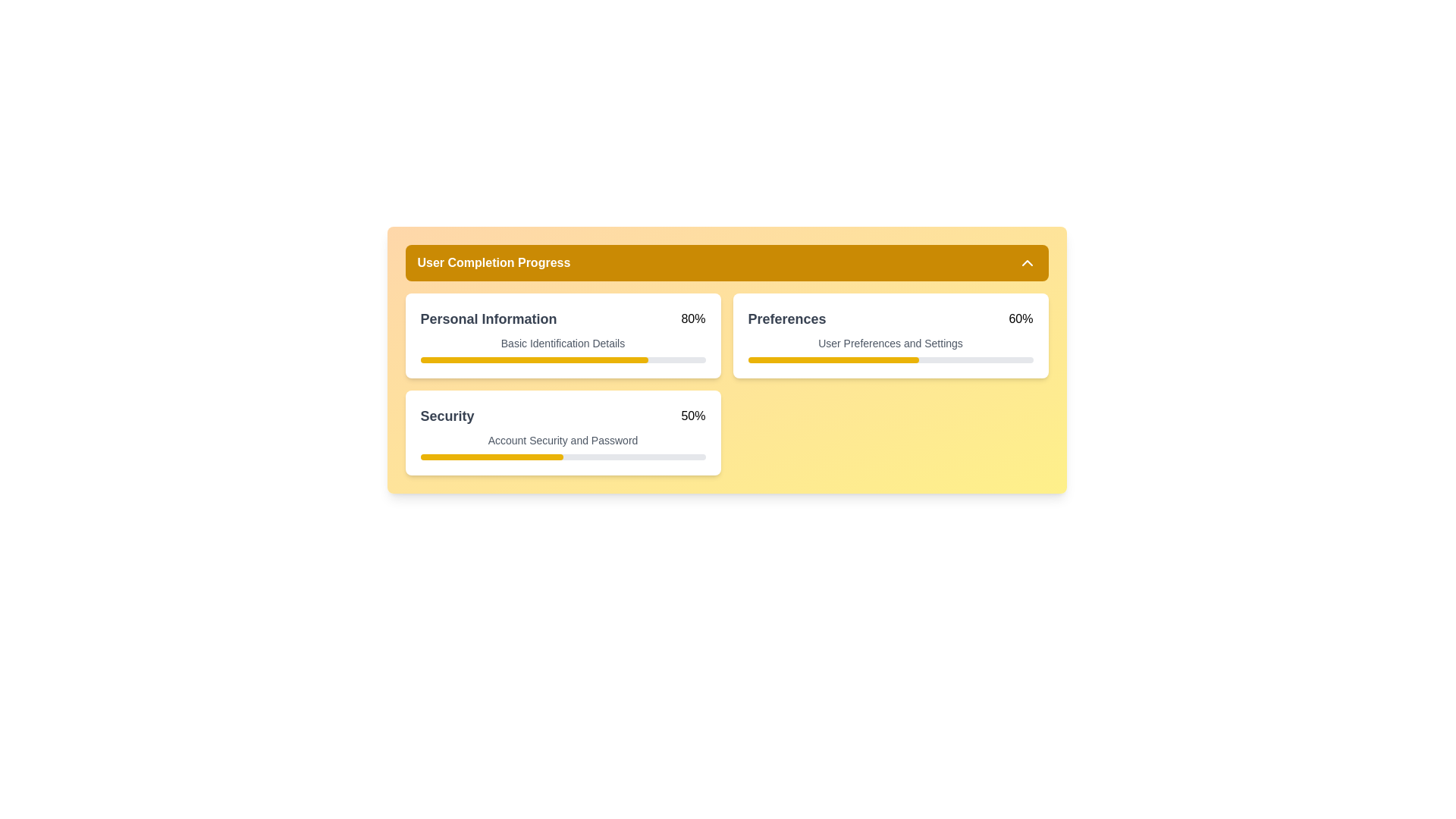 Image resolution: width=1456 pixels, height=819 pixels. I want to click on the 'Preferences' text label located in the top-right section of the interface, styled in bold dark gray with a larger font size, adjacent to 'Personal Information.', so click(786, 318).